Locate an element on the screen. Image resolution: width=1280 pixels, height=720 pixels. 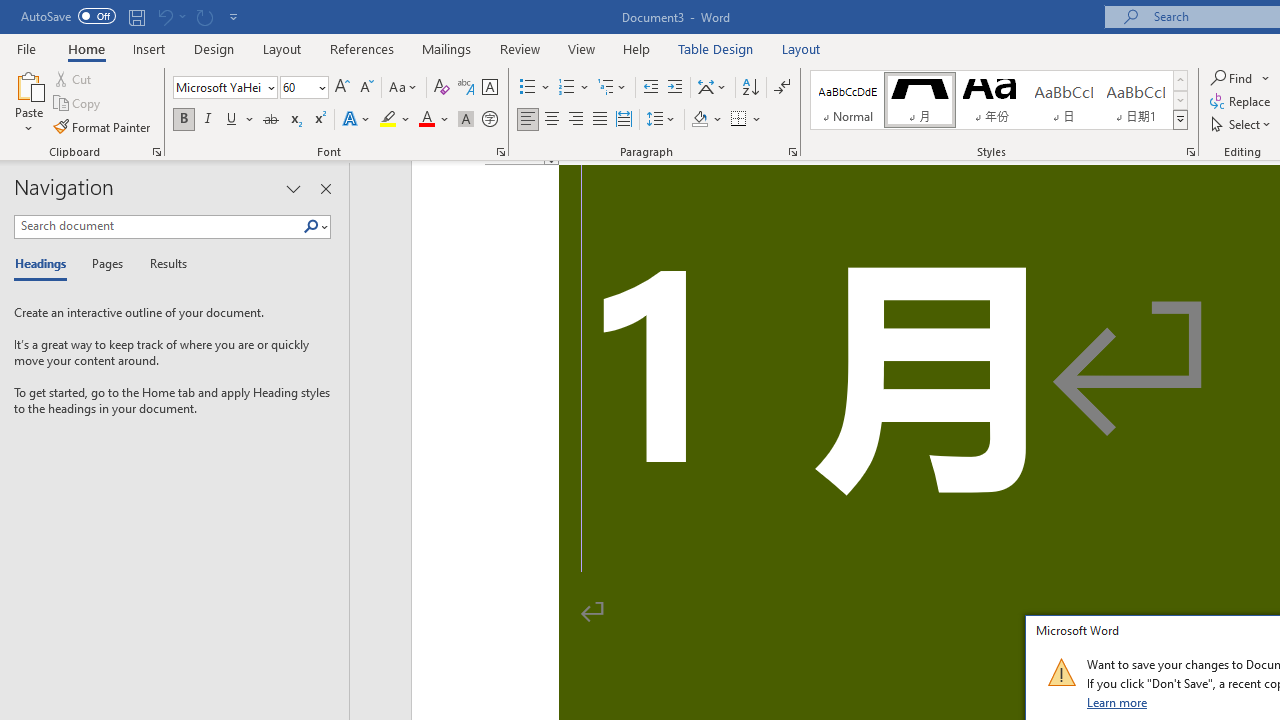
'Layout' is located at coordinates (801, 48).